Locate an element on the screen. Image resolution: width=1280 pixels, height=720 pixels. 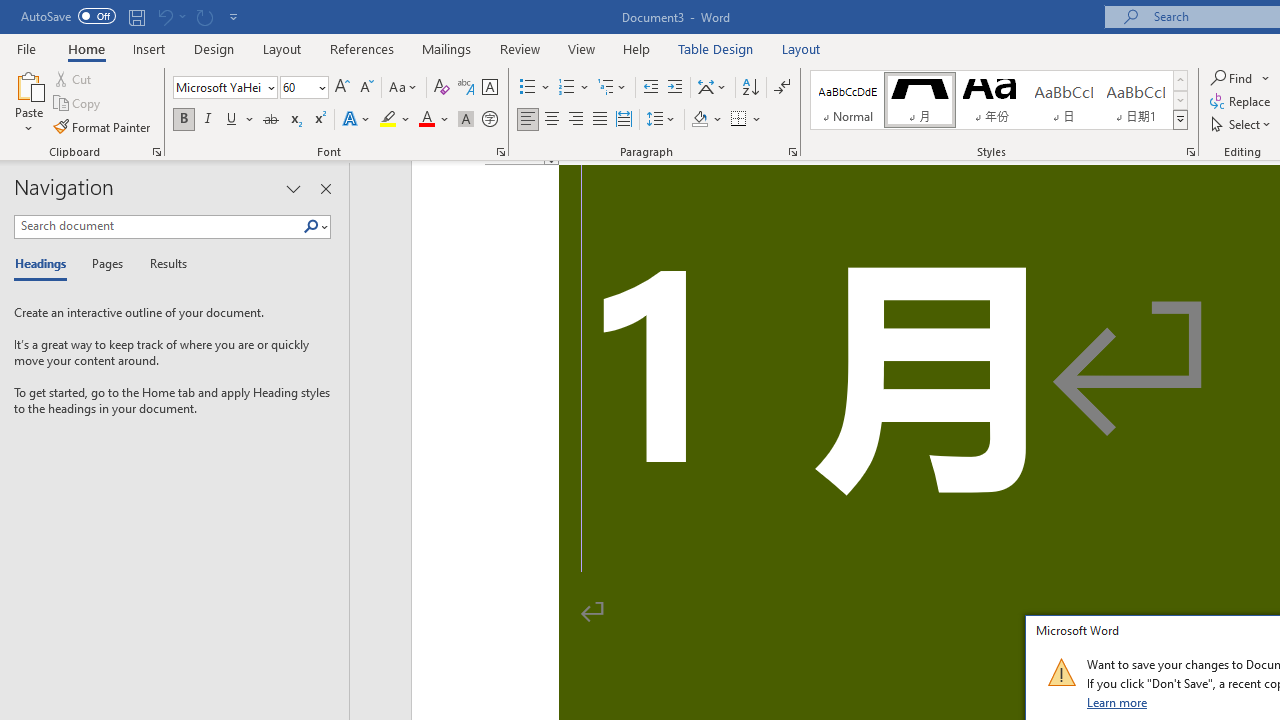
'Layout' is located at coordinates (801, 48).